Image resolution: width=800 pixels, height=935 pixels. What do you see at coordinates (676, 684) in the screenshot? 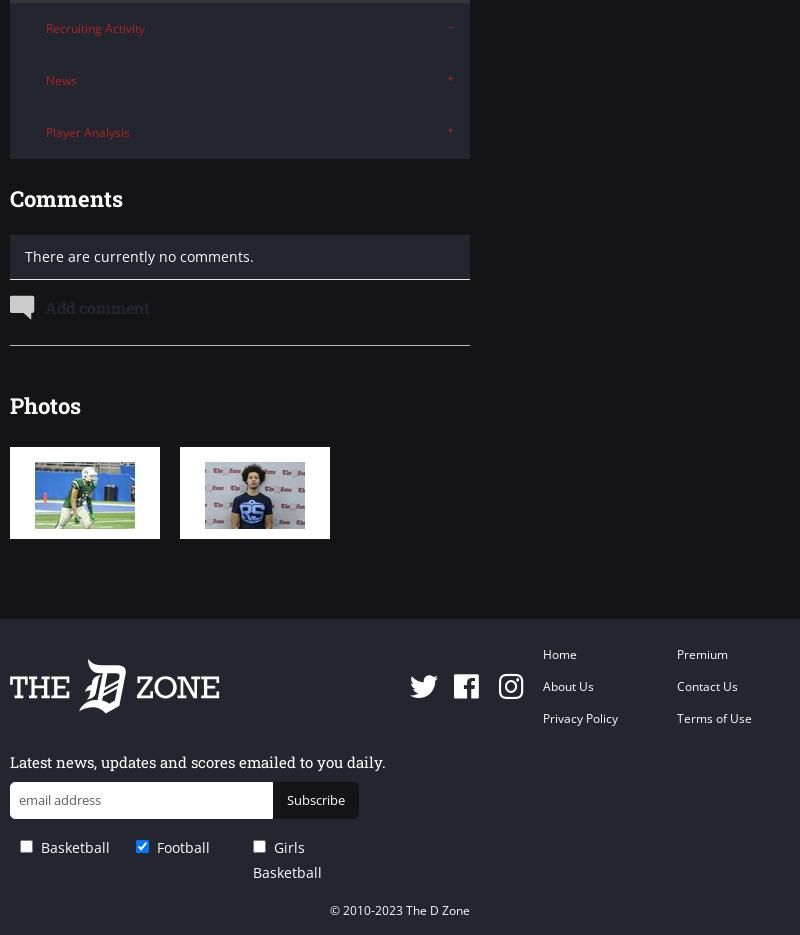
I see `'Contact Us'` at bounding box center [676, 684].